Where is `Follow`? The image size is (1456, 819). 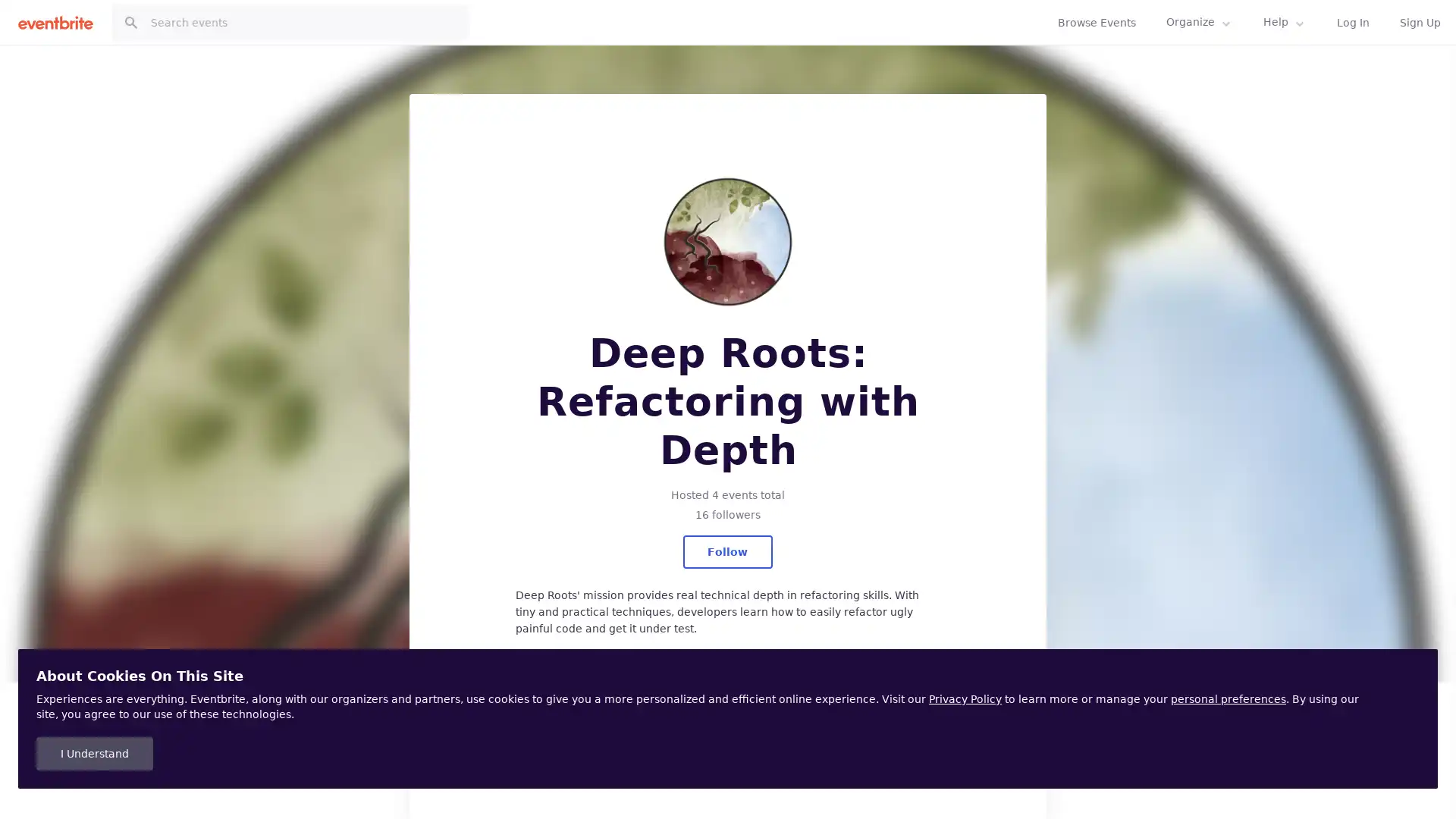 Follow is located at coordinates (1288, 40).